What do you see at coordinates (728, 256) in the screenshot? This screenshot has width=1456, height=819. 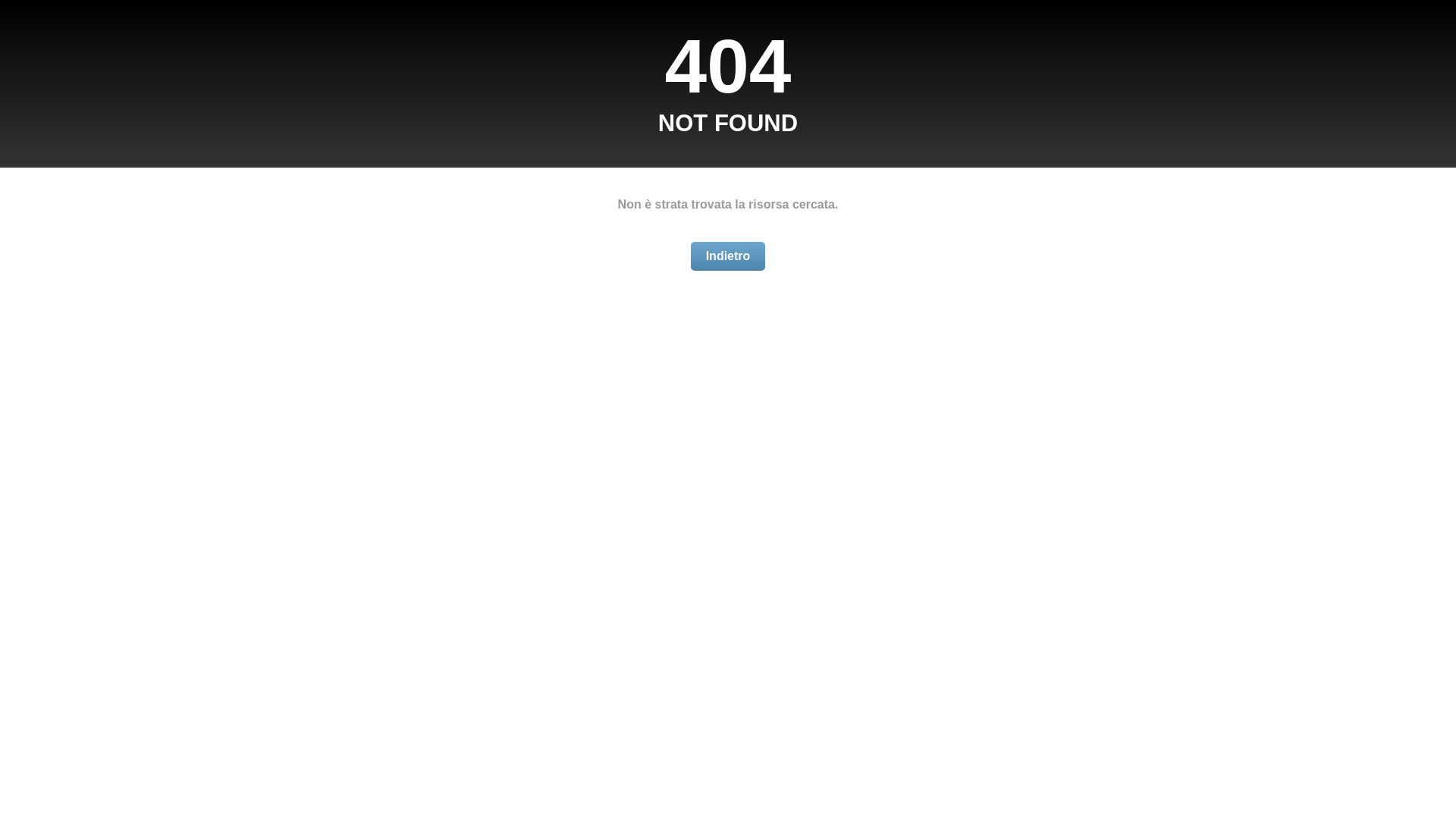 I see `'Indietro'` at bounding box center [728, 256].